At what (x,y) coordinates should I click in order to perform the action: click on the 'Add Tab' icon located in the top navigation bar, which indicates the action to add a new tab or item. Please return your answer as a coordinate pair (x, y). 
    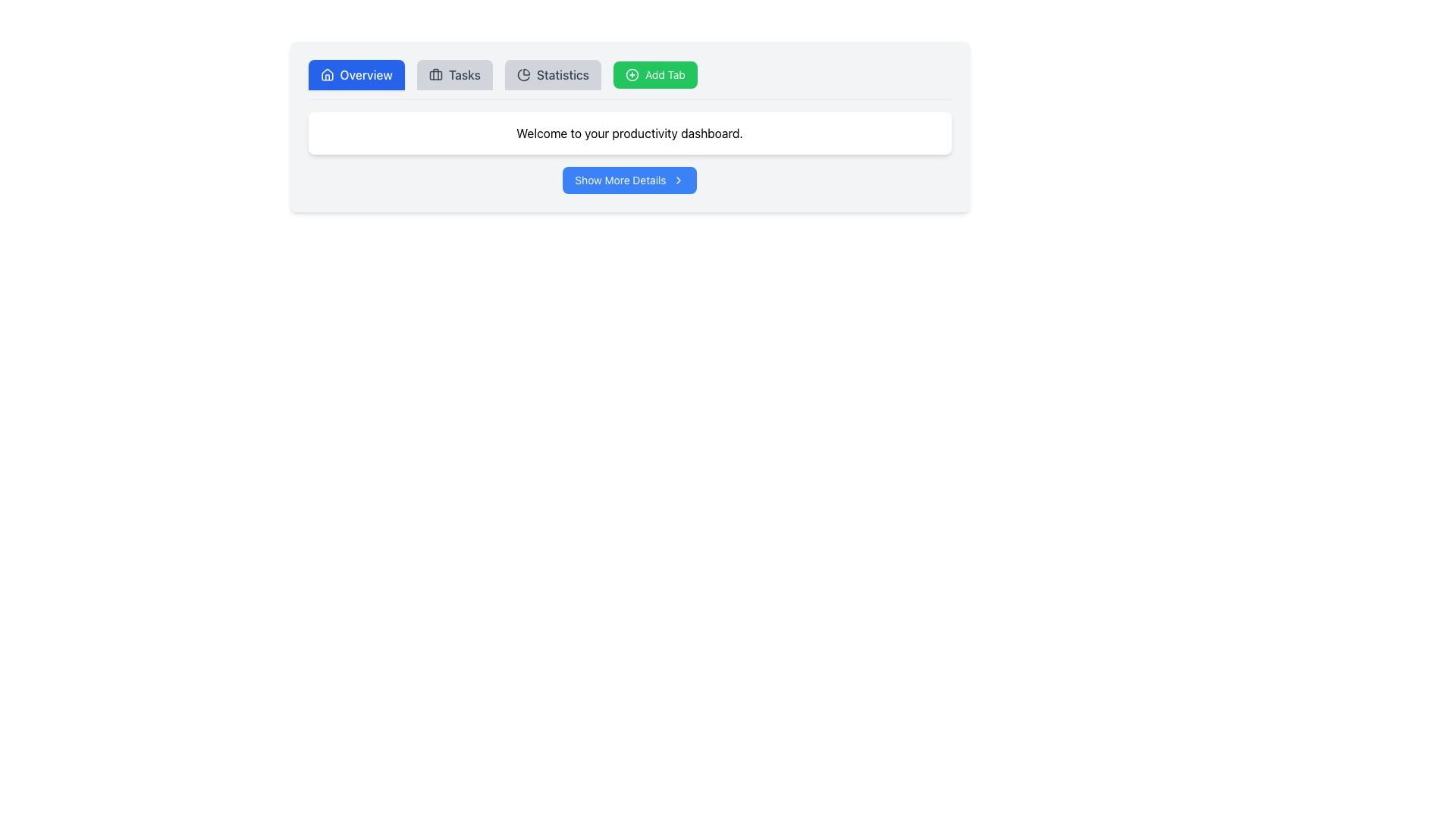
    Looking at the image, I should click on (632, 75).